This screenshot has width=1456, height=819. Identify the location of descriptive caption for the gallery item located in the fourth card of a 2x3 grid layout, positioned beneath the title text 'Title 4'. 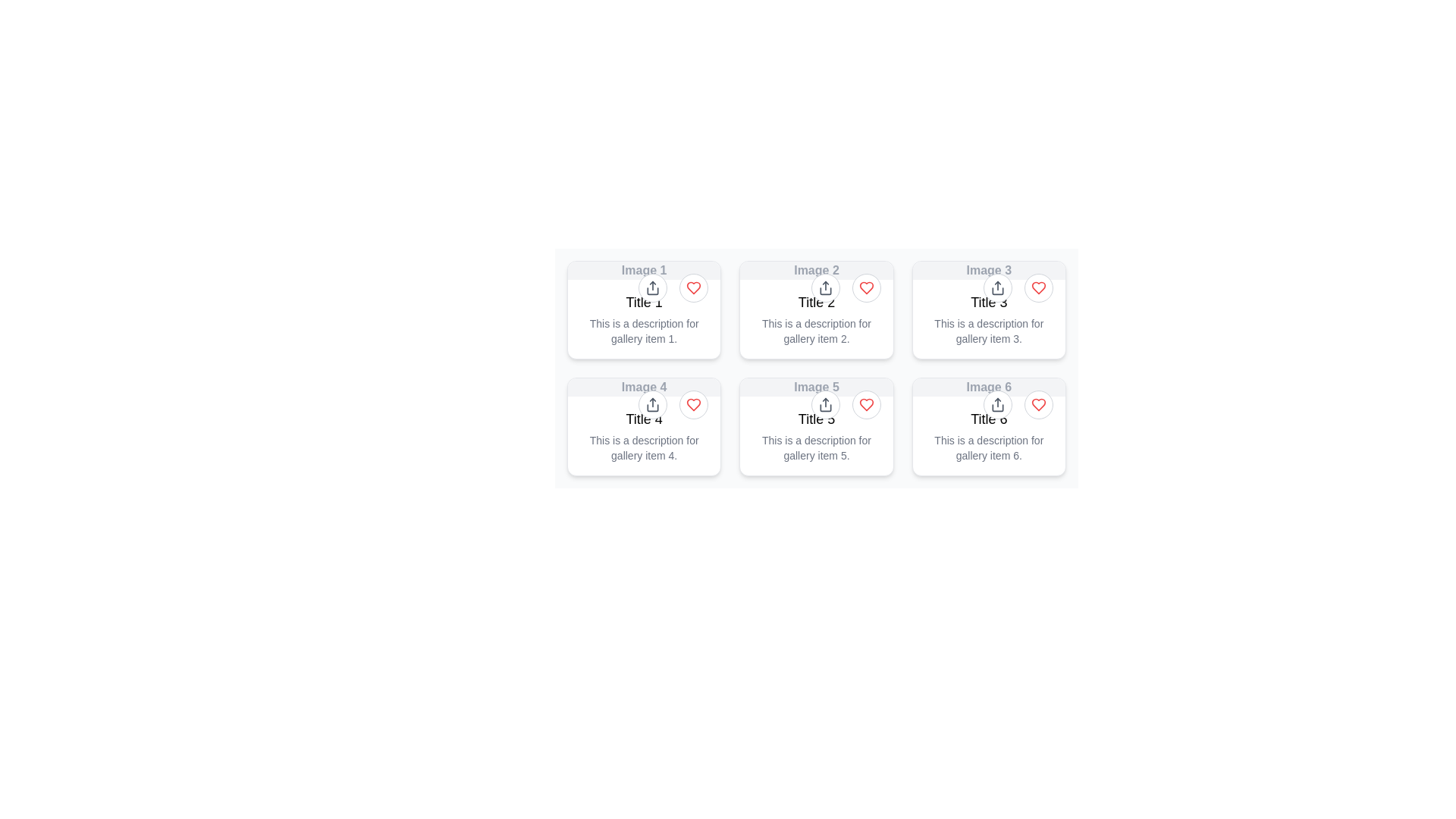
(644, 447).